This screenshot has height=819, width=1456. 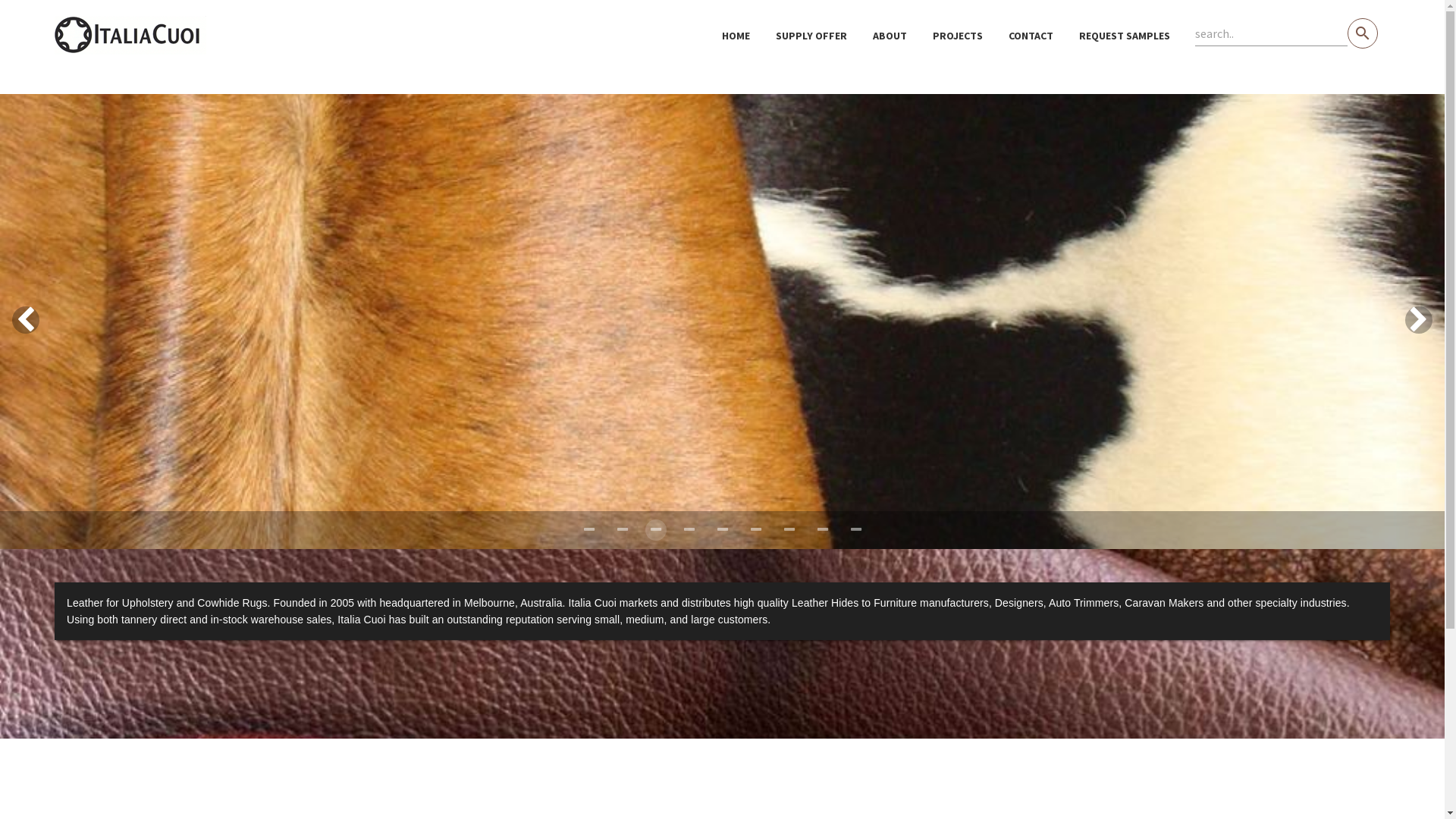 I want to click on 'SUPPLY OFFER', so click(x=811, y=34).